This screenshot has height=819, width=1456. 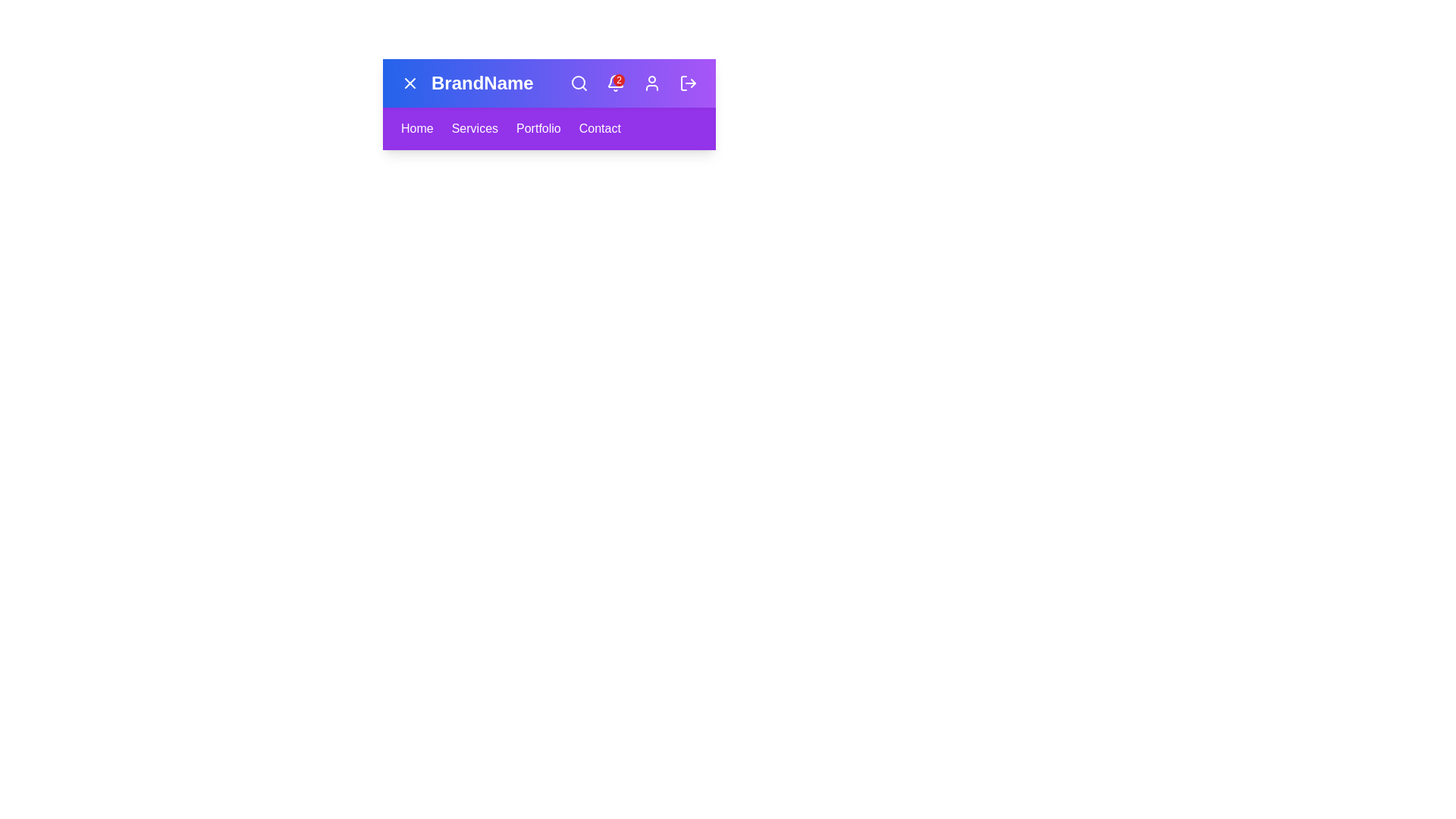 What do you see at coordinates (599, 127) in the screenshot?
I see `the navigation link labeled 'Contact' located at the rightmost edge of the navigation menu` at bounding box center [599, 127].